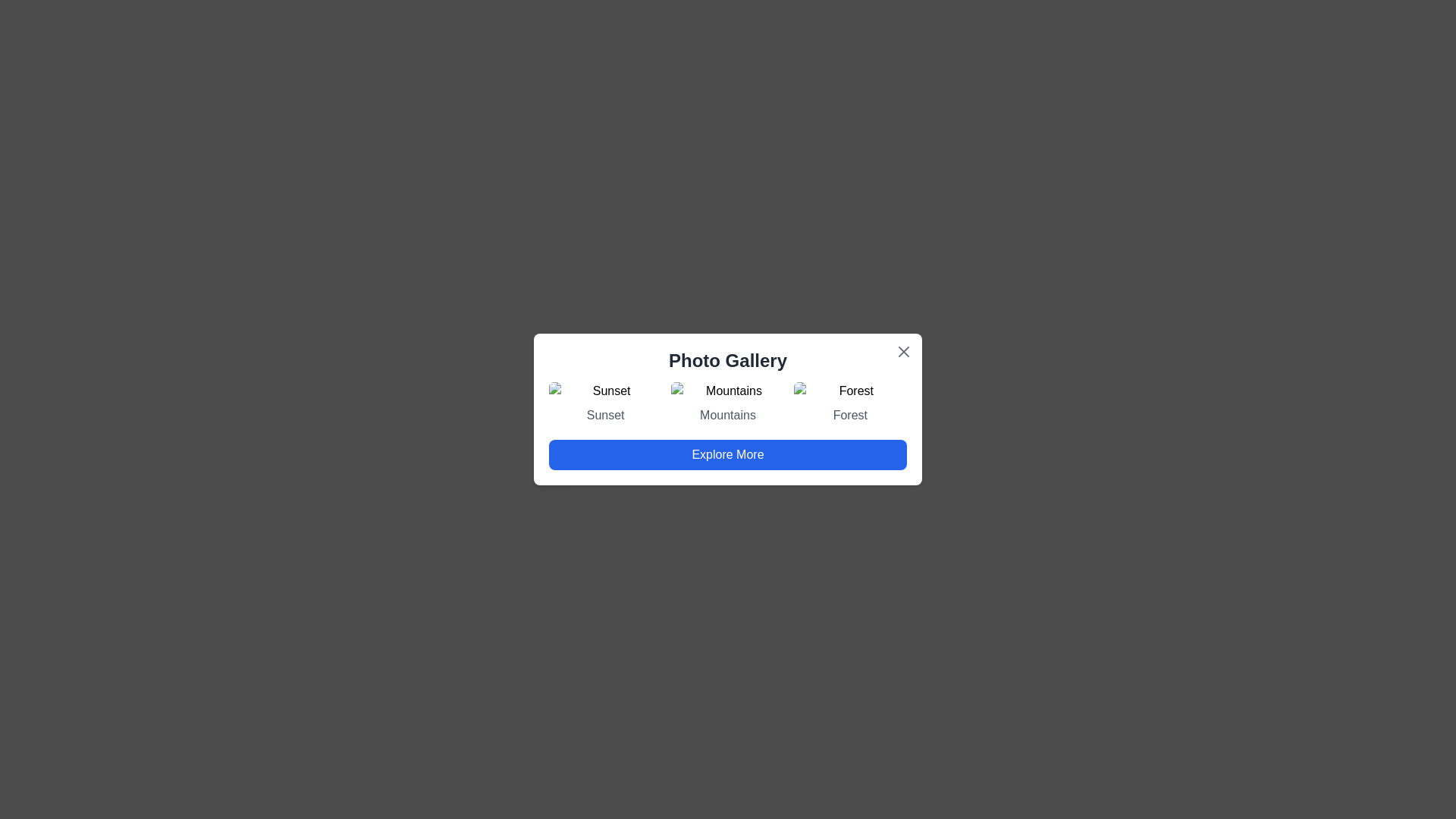 This screenshot has width=1456, height=819. I want to click on 'Explore More' button to interact with the gallery further, so click(728, 454).